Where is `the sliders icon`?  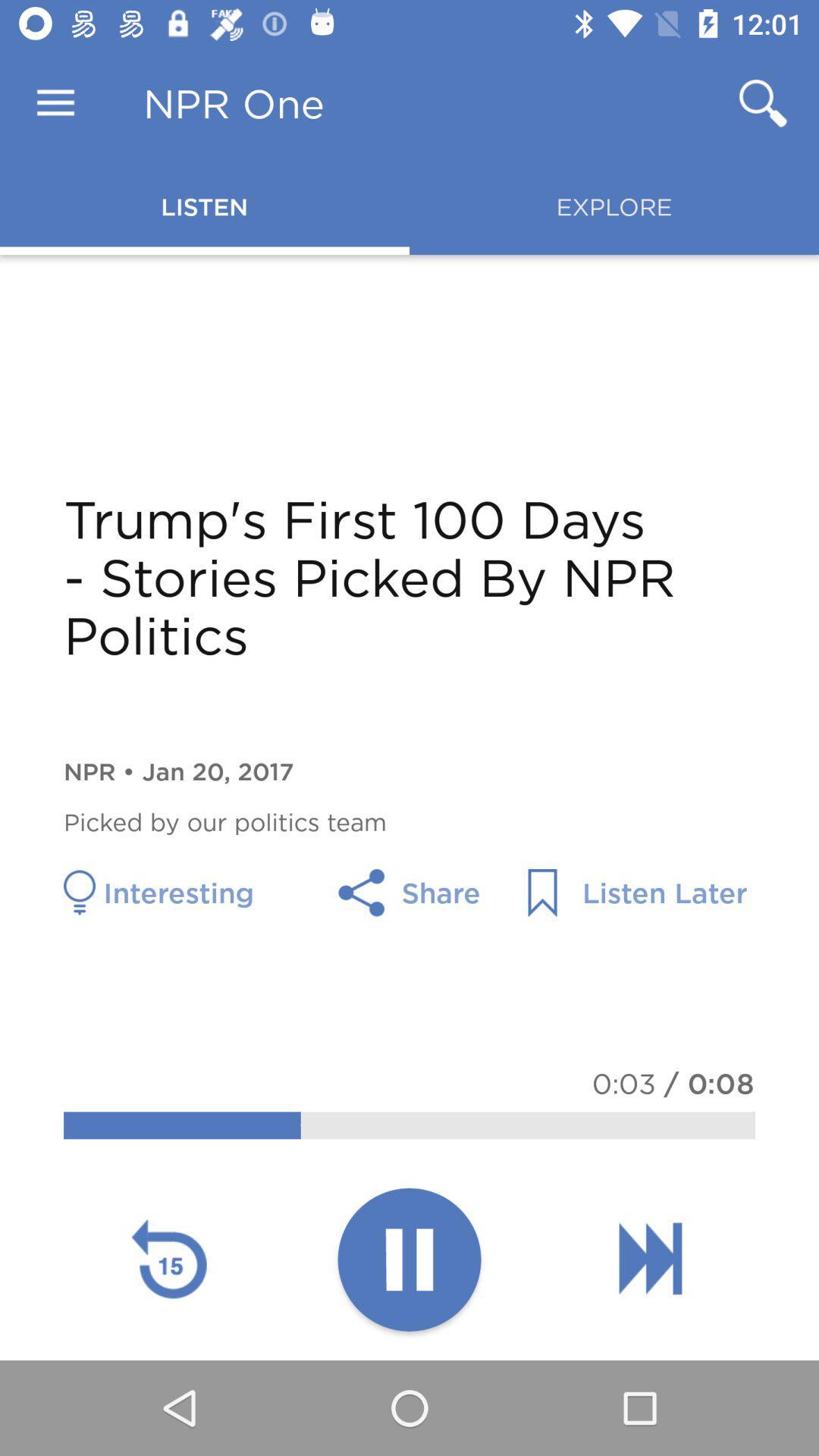
the sliders icon is located at coordinates (649, 1258).